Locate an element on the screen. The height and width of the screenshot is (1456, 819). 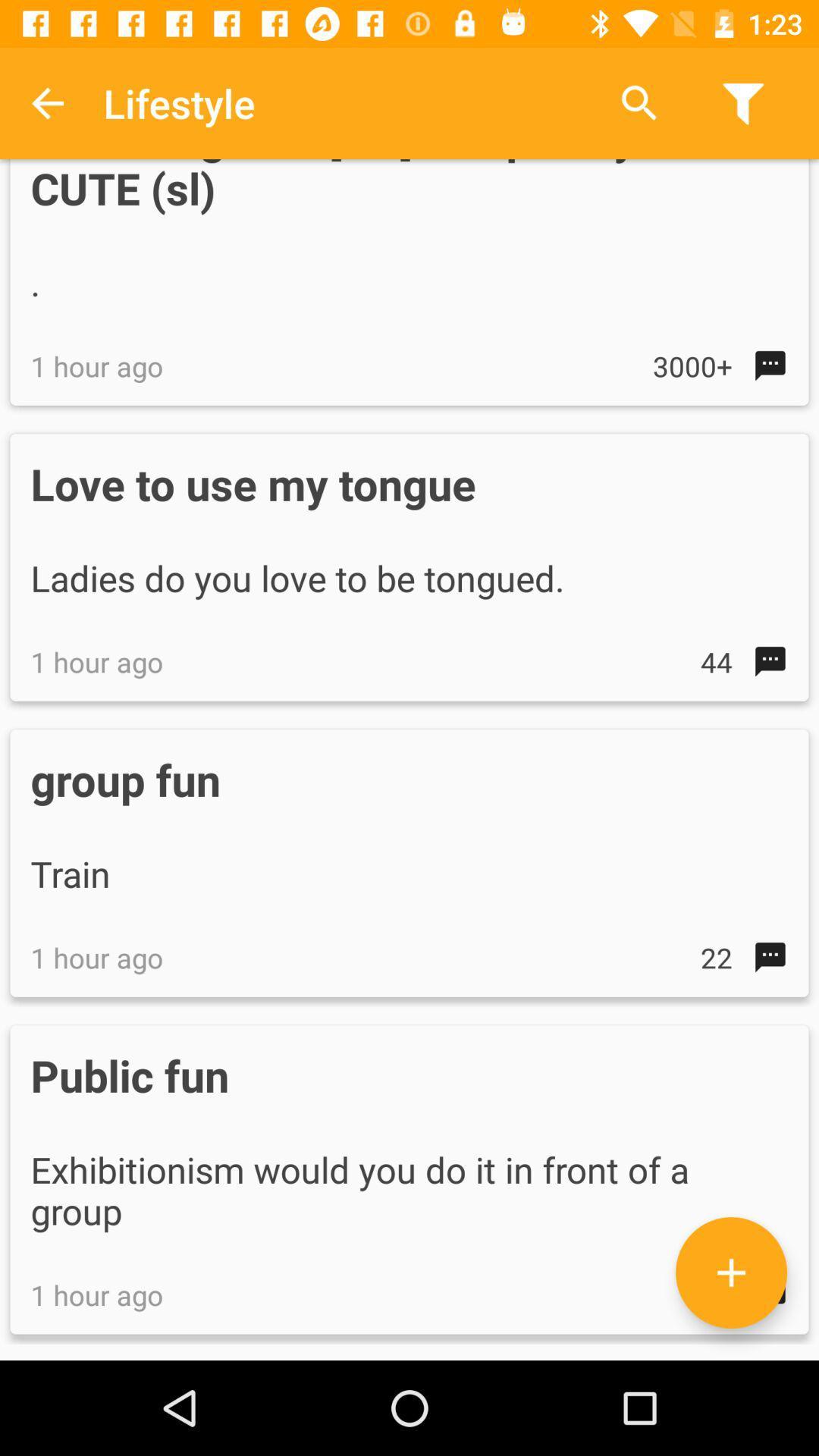
the icon to the left of lifestyle app is located at coordinates (46, 102).